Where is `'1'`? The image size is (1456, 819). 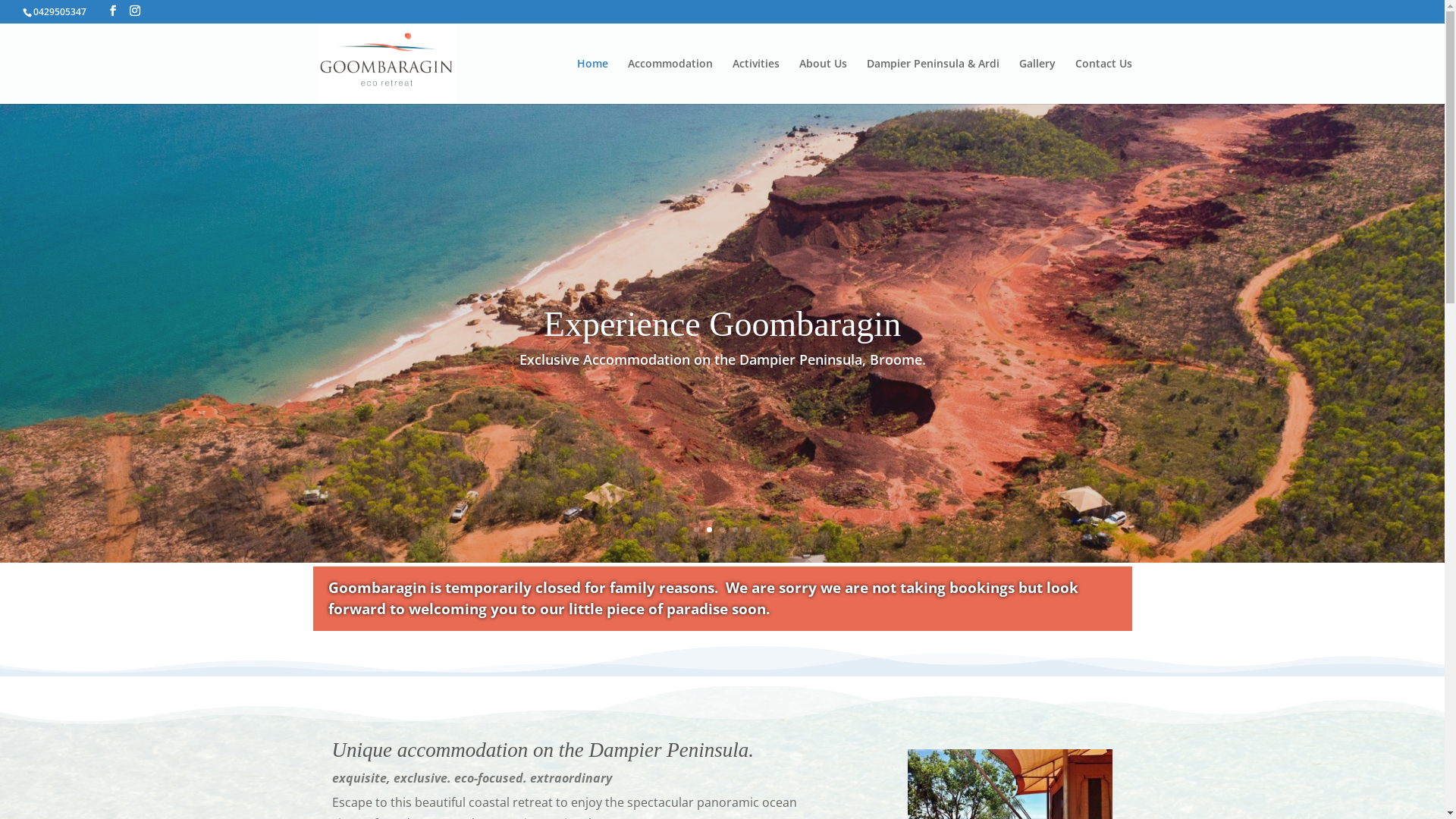 '1' is located at coordinates (693, 529).